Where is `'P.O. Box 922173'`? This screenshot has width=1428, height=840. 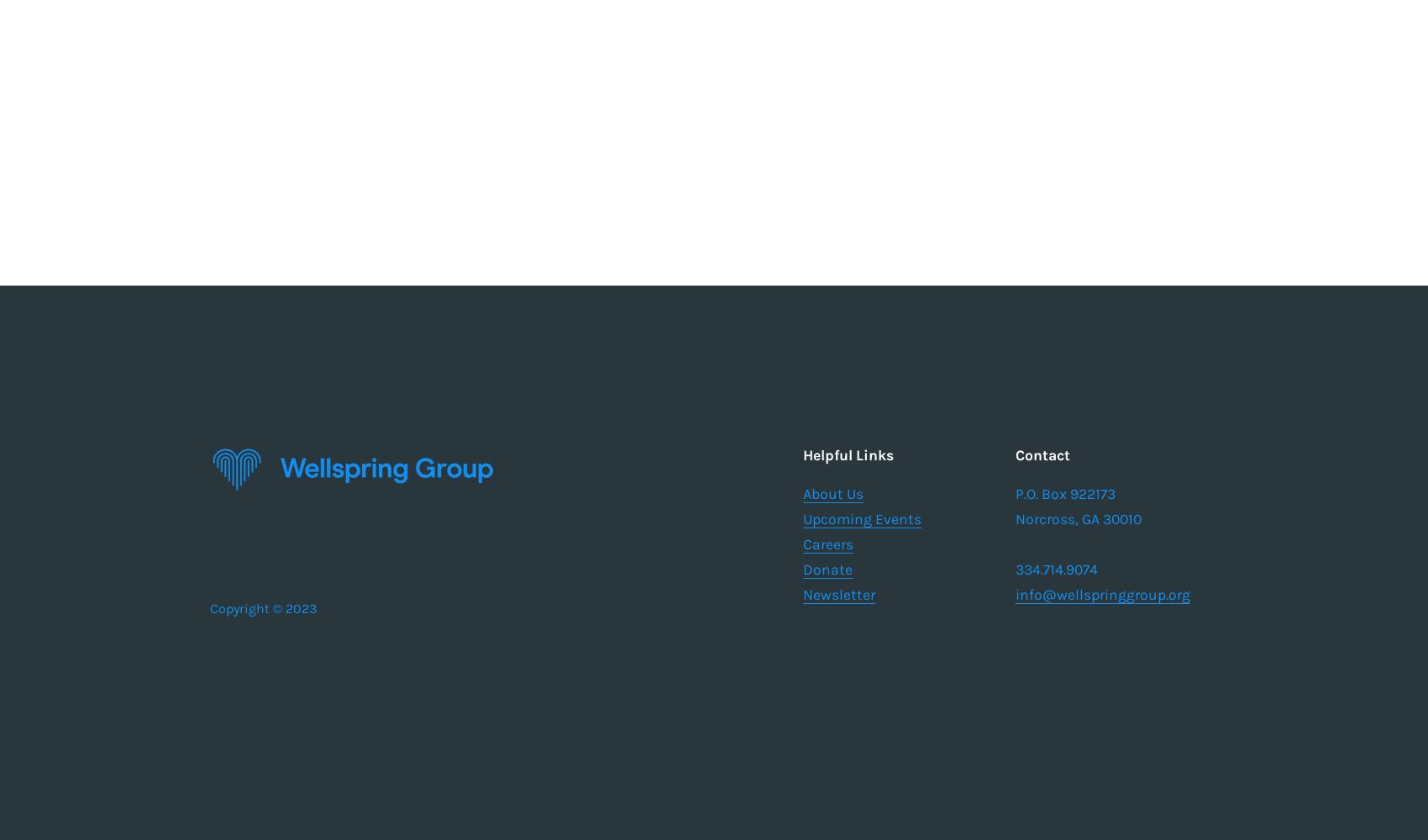
'P.O. Box 922173' is located at coordinates (1014, 493).